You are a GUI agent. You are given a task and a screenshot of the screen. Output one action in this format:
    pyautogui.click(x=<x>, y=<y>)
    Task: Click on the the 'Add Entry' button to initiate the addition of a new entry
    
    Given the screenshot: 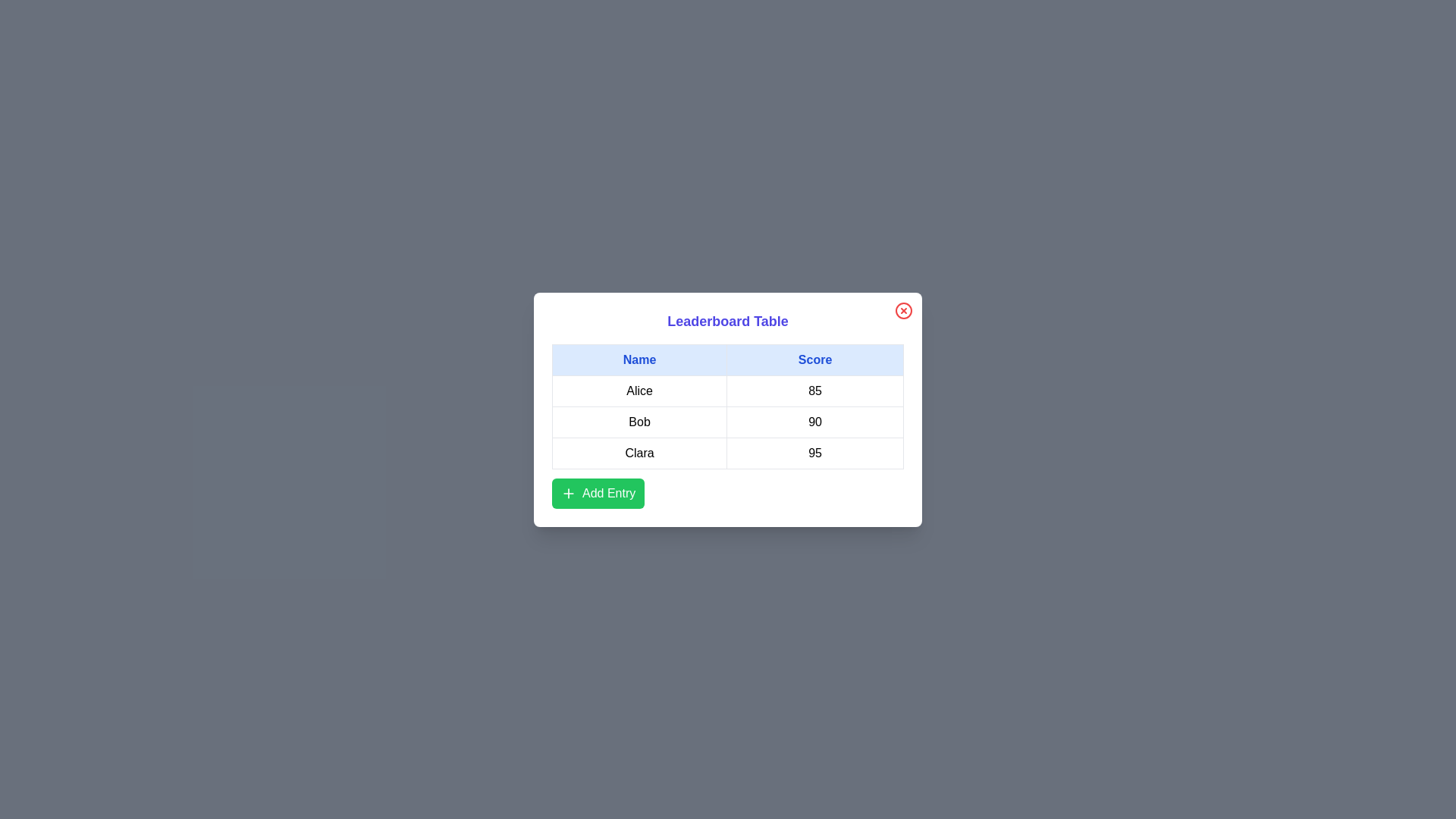 What is the action you would take?
    pyautogui.click(x=597, y=493)
    